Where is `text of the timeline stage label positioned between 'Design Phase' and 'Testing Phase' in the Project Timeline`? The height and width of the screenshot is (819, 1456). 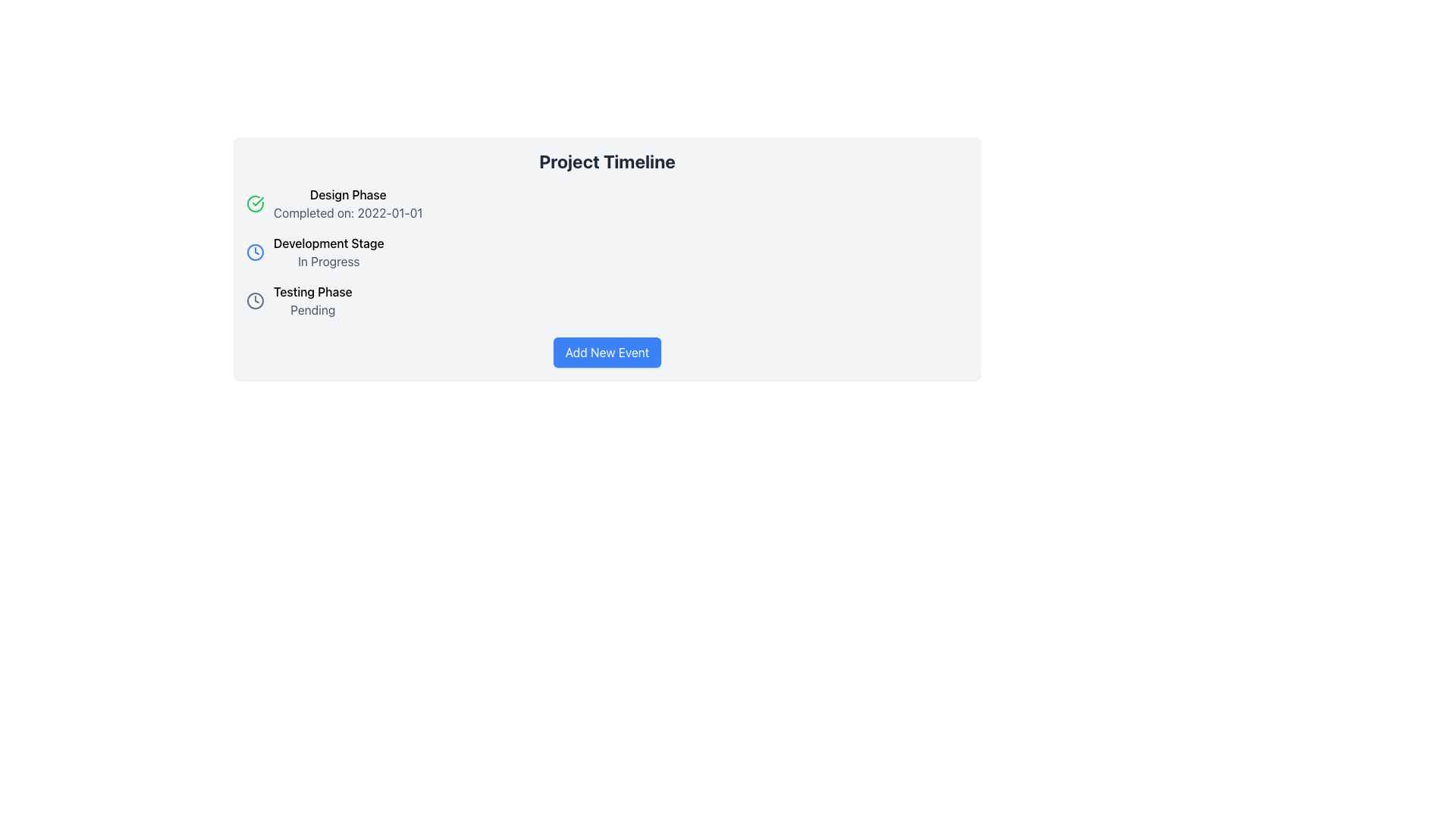
text of the timeline stage label positioned between 'Design Phase' and 'Testing Phase' in the Project Timeline is located at coordinates (328, 242).